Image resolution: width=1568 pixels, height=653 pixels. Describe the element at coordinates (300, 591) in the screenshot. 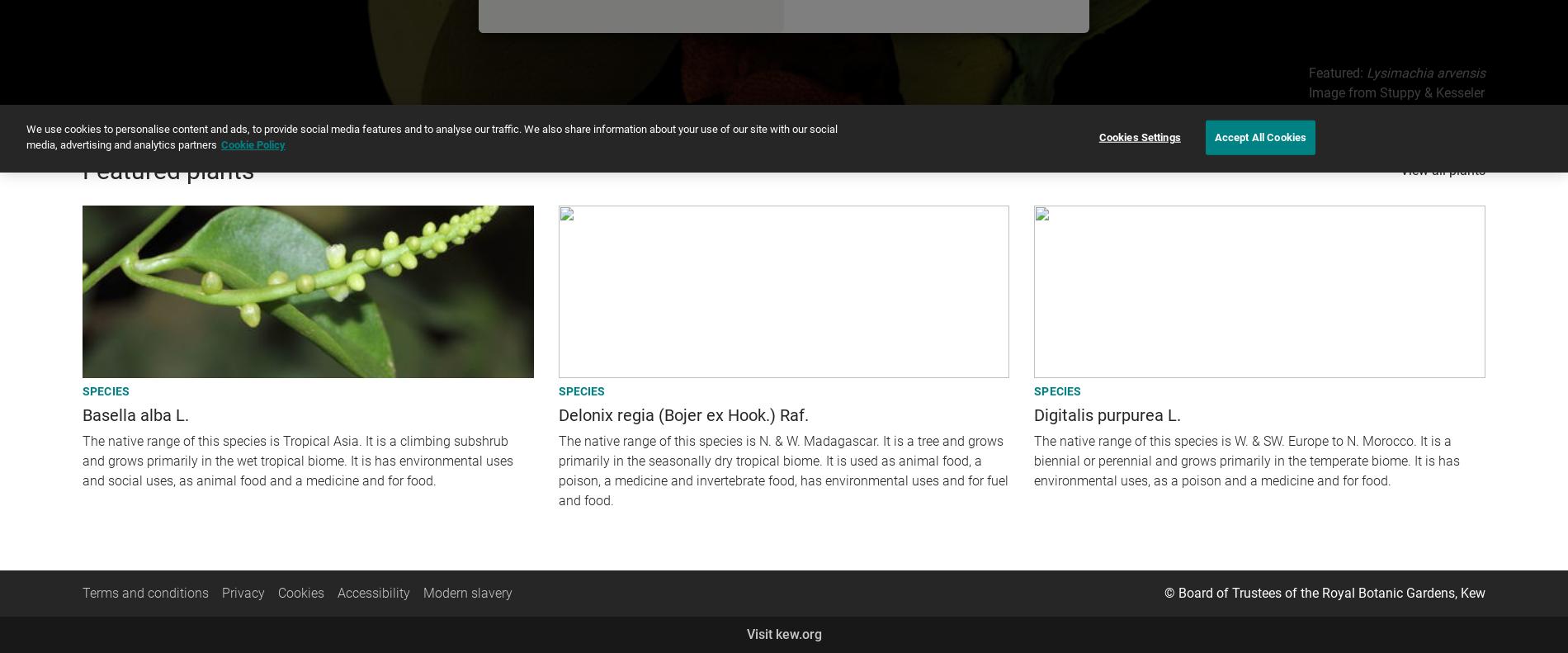

I see `'Cookies'` at that location.